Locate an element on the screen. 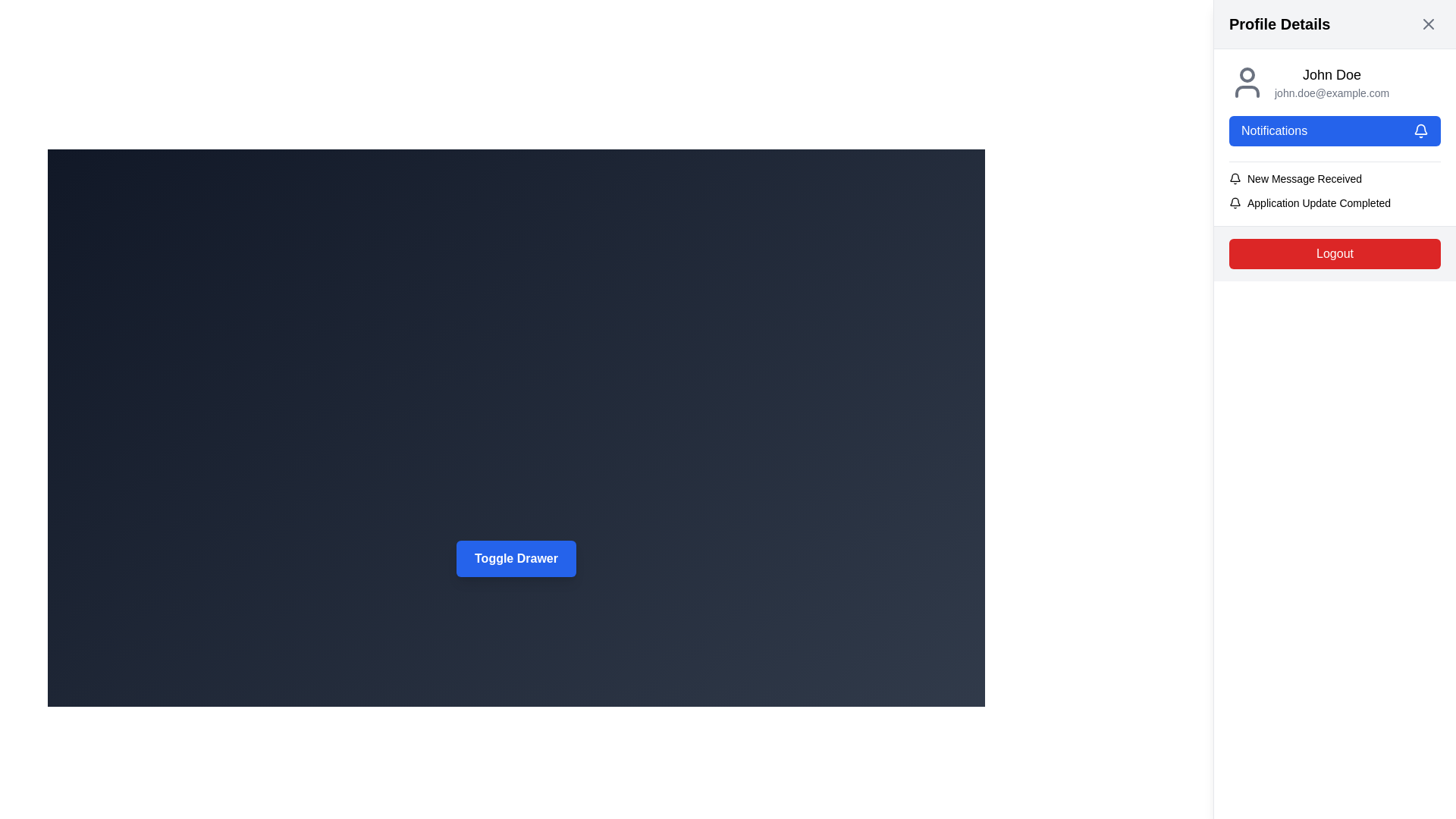 Image resolution: width=1456 pixels, height=819 pixels. the prominent blue 'Toggle Drawer' button with white text is located at coordinates (516, 558).